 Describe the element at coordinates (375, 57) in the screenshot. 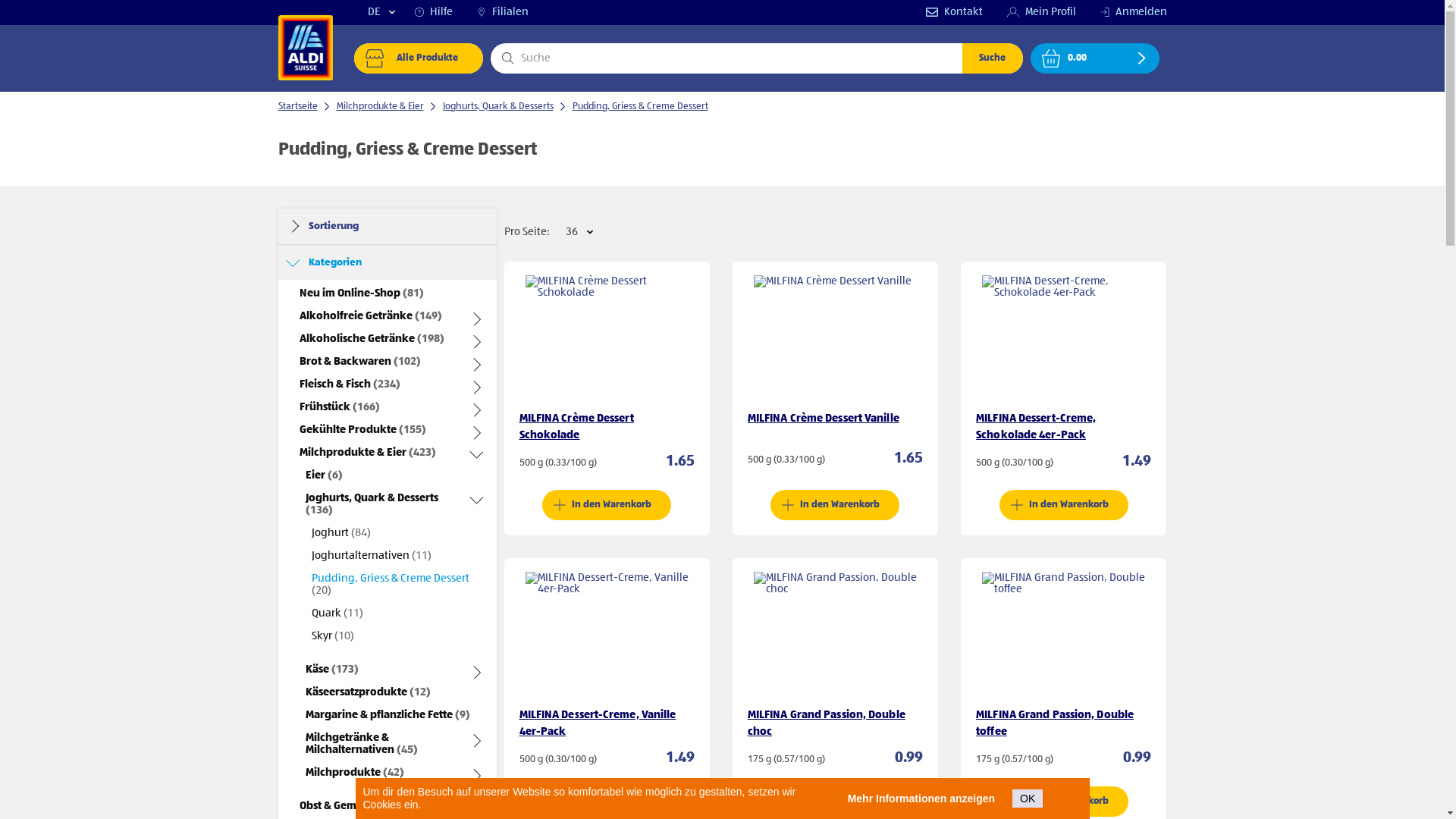

I see `'shop'` at that location.